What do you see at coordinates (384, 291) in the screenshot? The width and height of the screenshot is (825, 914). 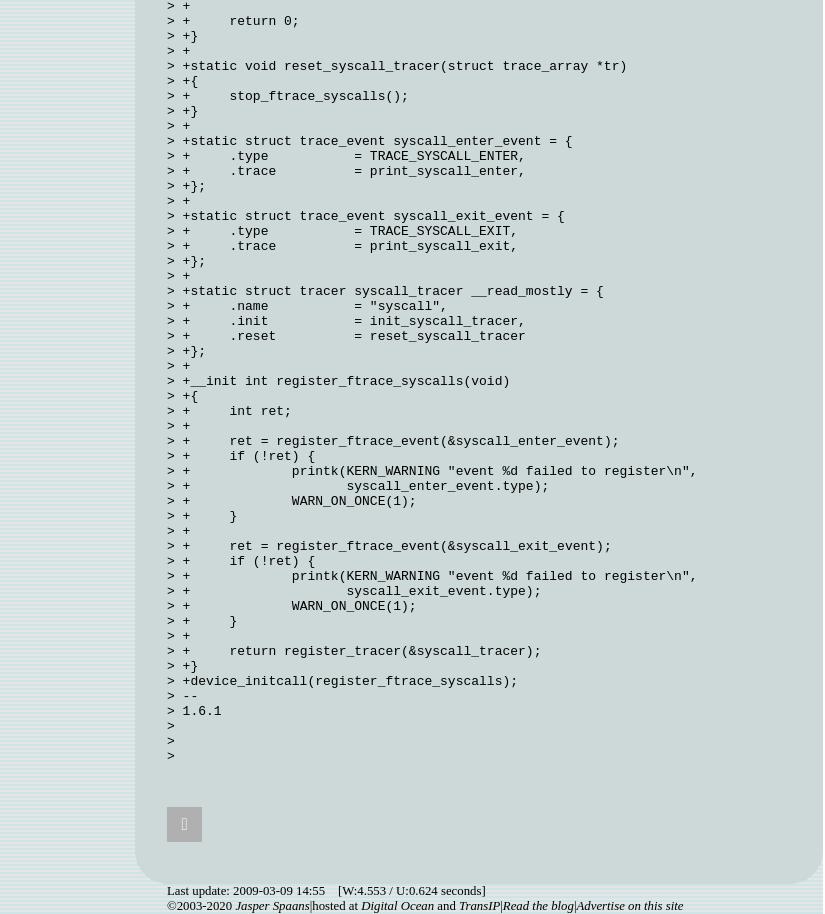 I see `'> +static struct tracer syscall_tracer __read_mostly = {'` at bounding box center [384, 291].